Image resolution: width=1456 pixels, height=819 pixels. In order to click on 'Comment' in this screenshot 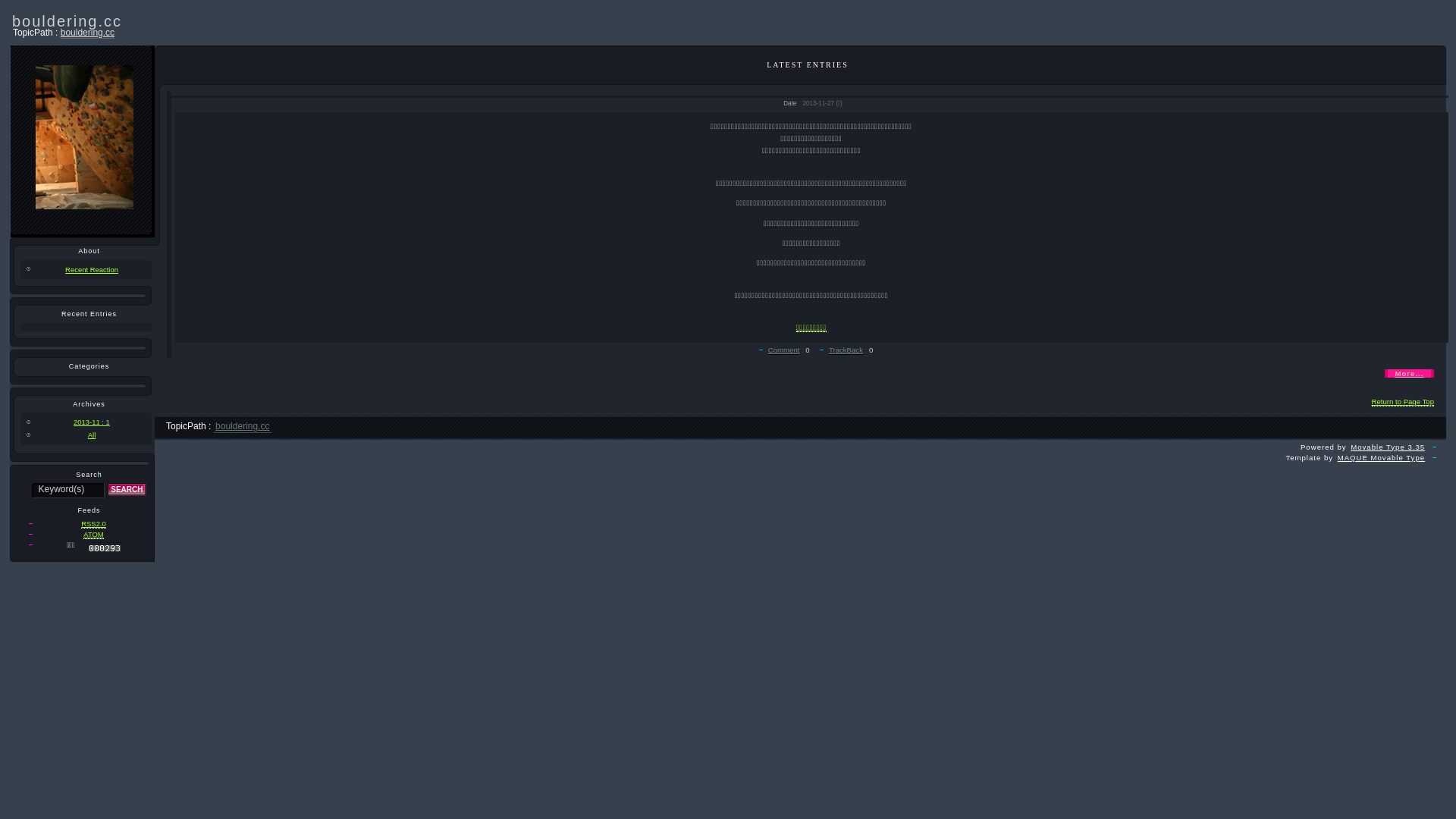, I will do `click(783, 350)`.